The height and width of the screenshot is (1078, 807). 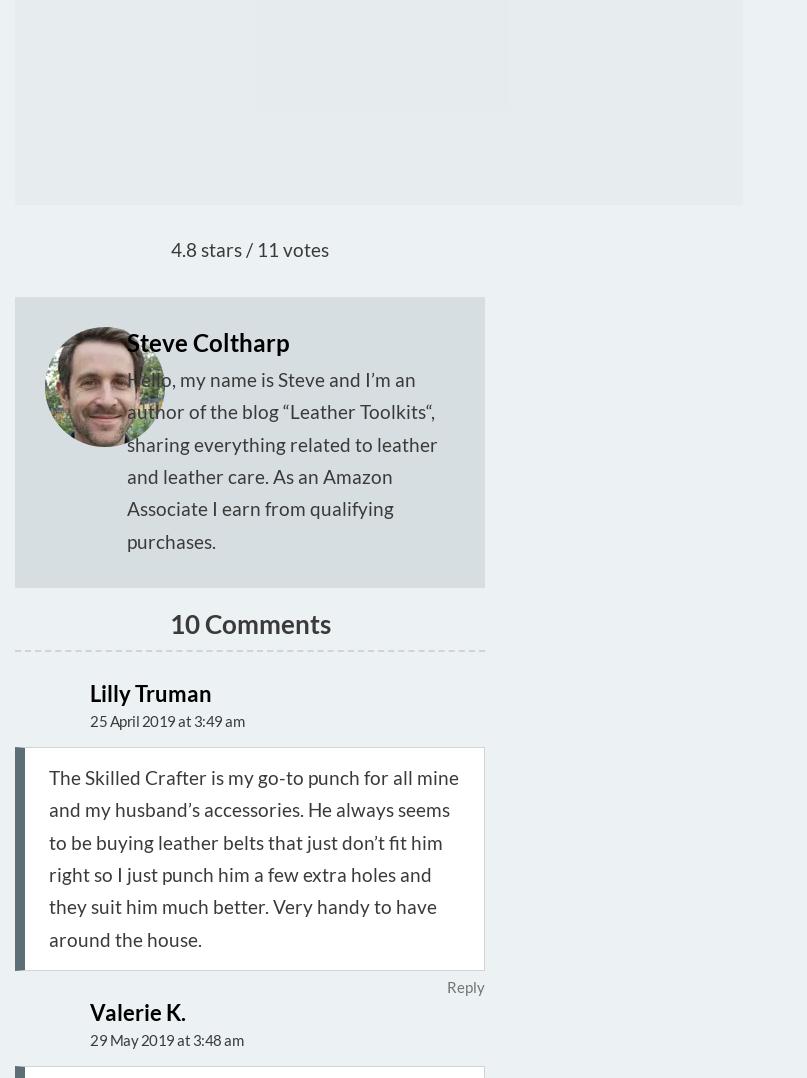 What do you see at coordinates (88, 693) in the screenshot?
I see `'Lilly Truman'` at bounding box center [88, 693].